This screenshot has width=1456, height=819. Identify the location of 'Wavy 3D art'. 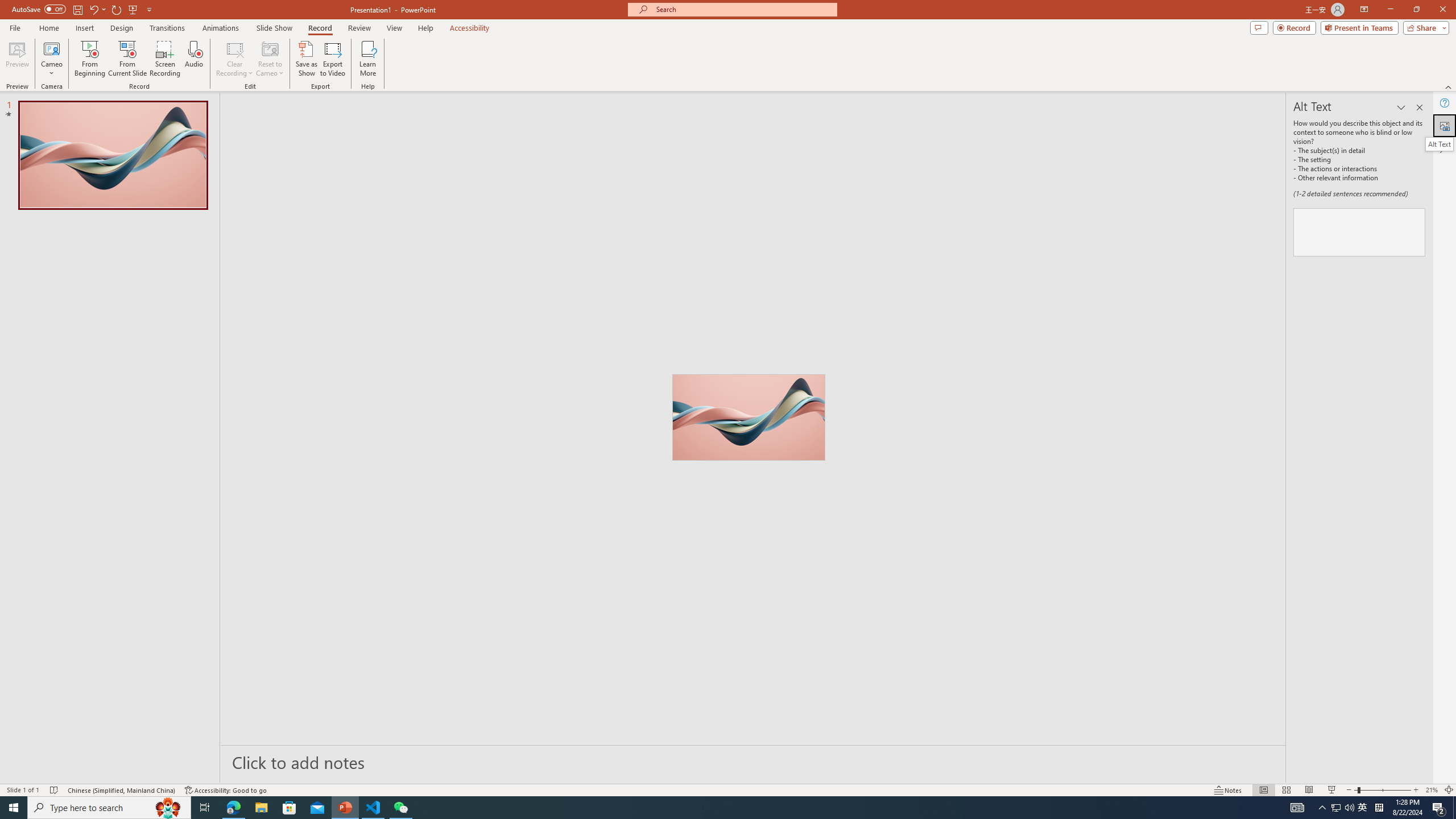
(747, 417).